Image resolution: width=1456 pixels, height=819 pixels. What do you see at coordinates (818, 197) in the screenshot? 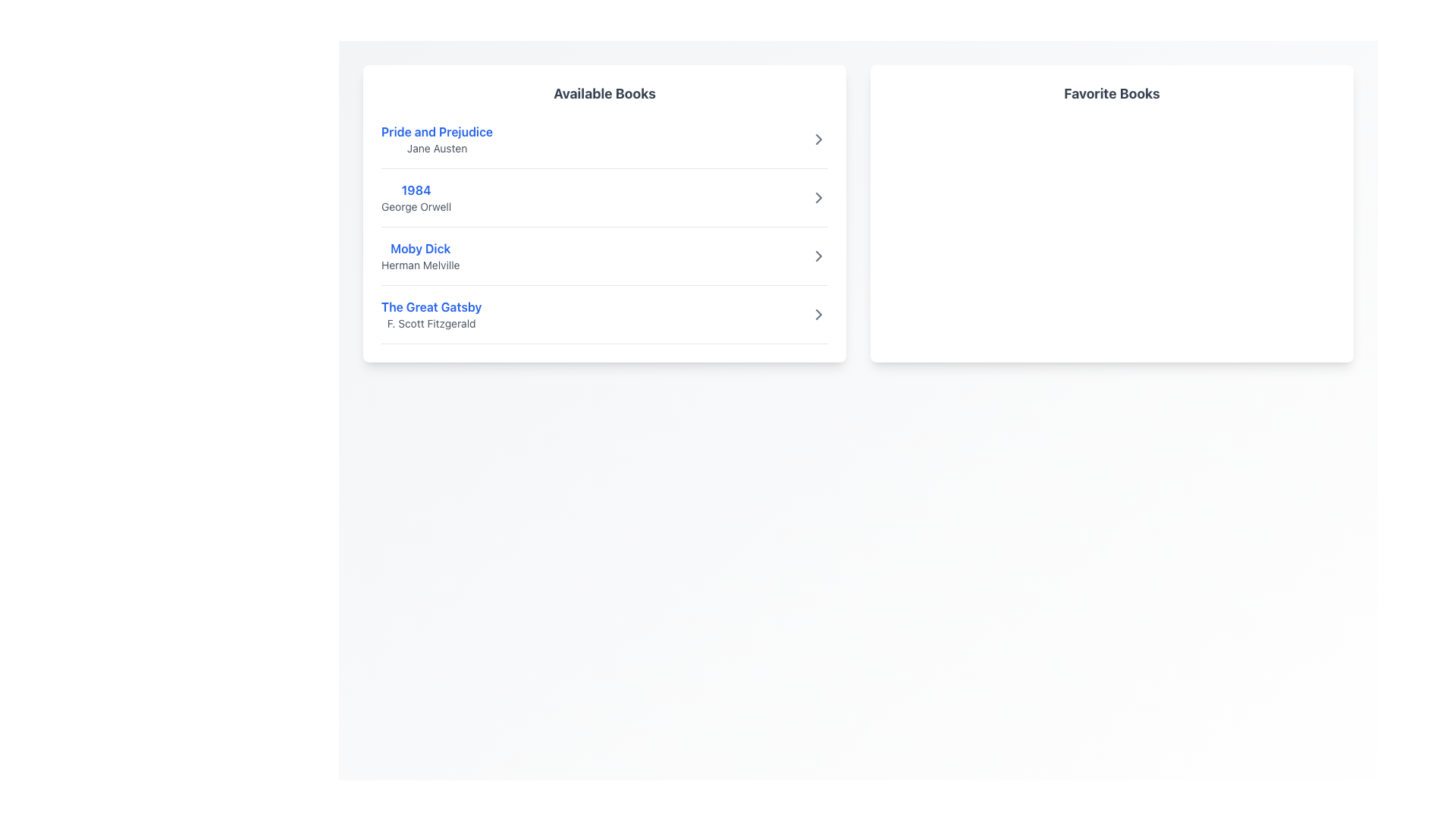
I see `the second chevron icon in the 'Available Books' panel next to the text '1984'` at bounding box center [818, 197].